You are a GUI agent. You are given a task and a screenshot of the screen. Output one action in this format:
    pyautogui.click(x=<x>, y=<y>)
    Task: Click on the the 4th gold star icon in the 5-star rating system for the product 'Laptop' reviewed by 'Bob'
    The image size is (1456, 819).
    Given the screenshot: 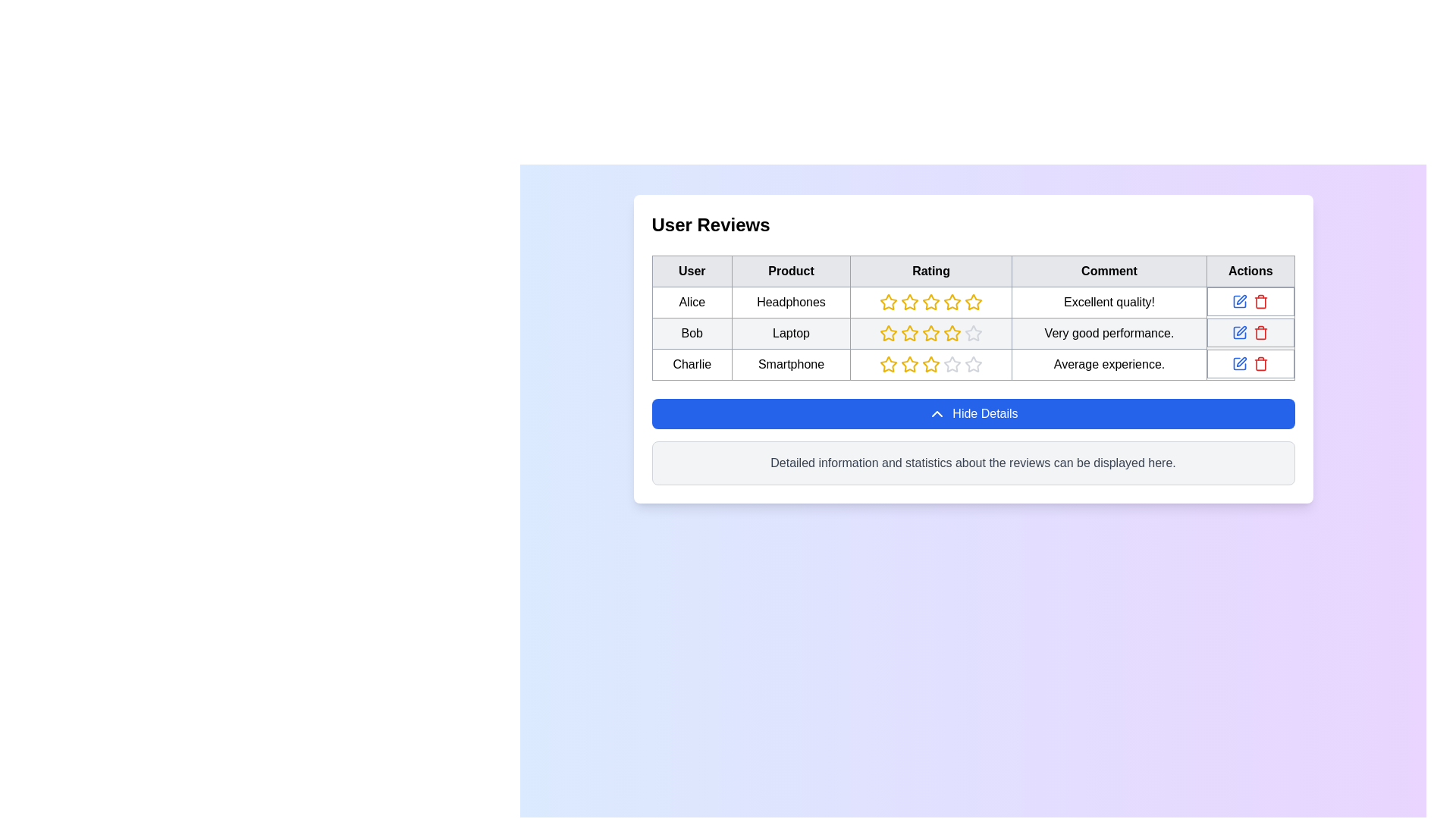 What is the action you would take?
    pyautogui.click(x=952, y=332)
    